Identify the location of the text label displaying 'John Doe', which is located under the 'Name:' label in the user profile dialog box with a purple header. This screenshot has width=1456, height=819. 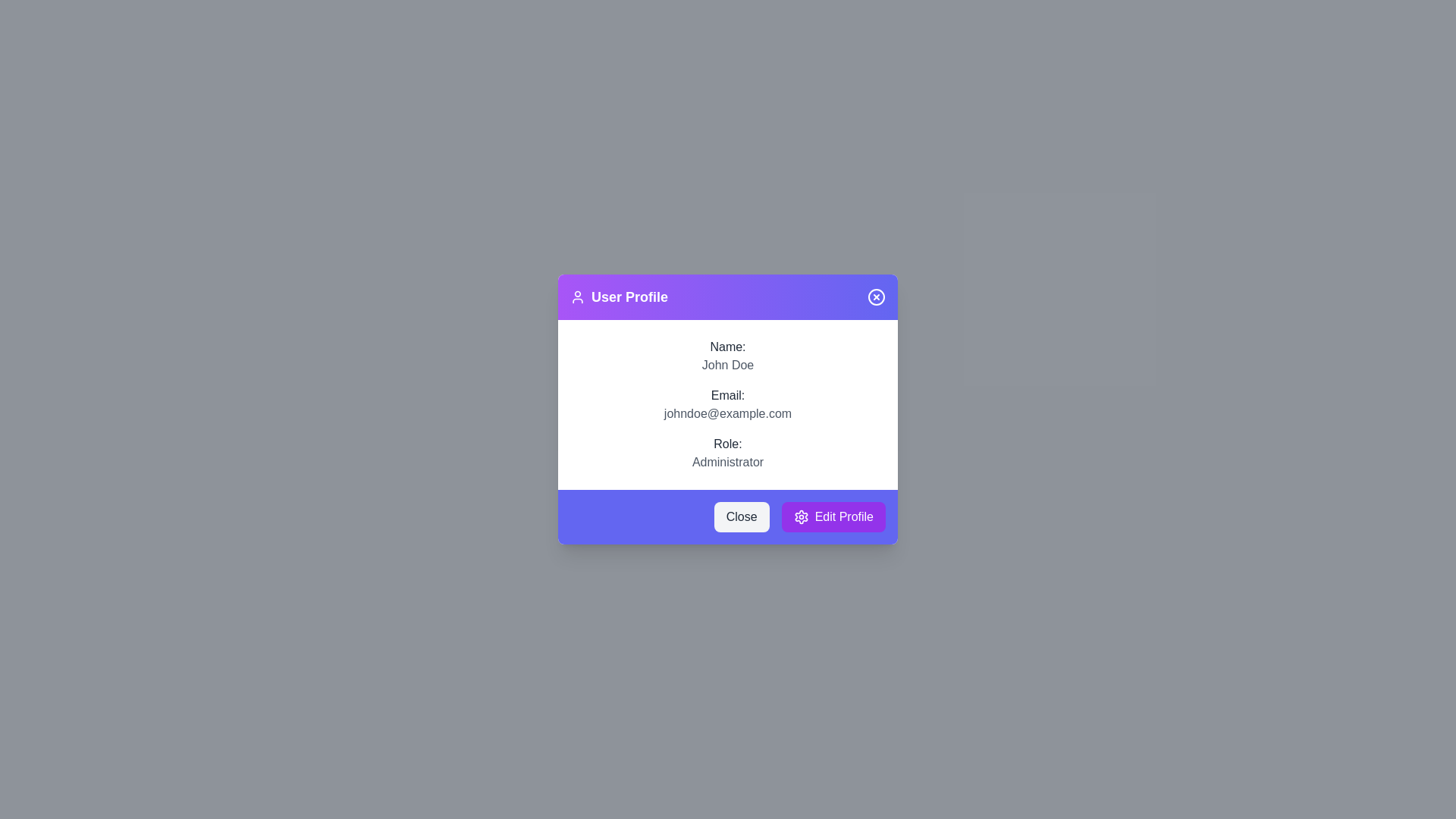
(728, 366).